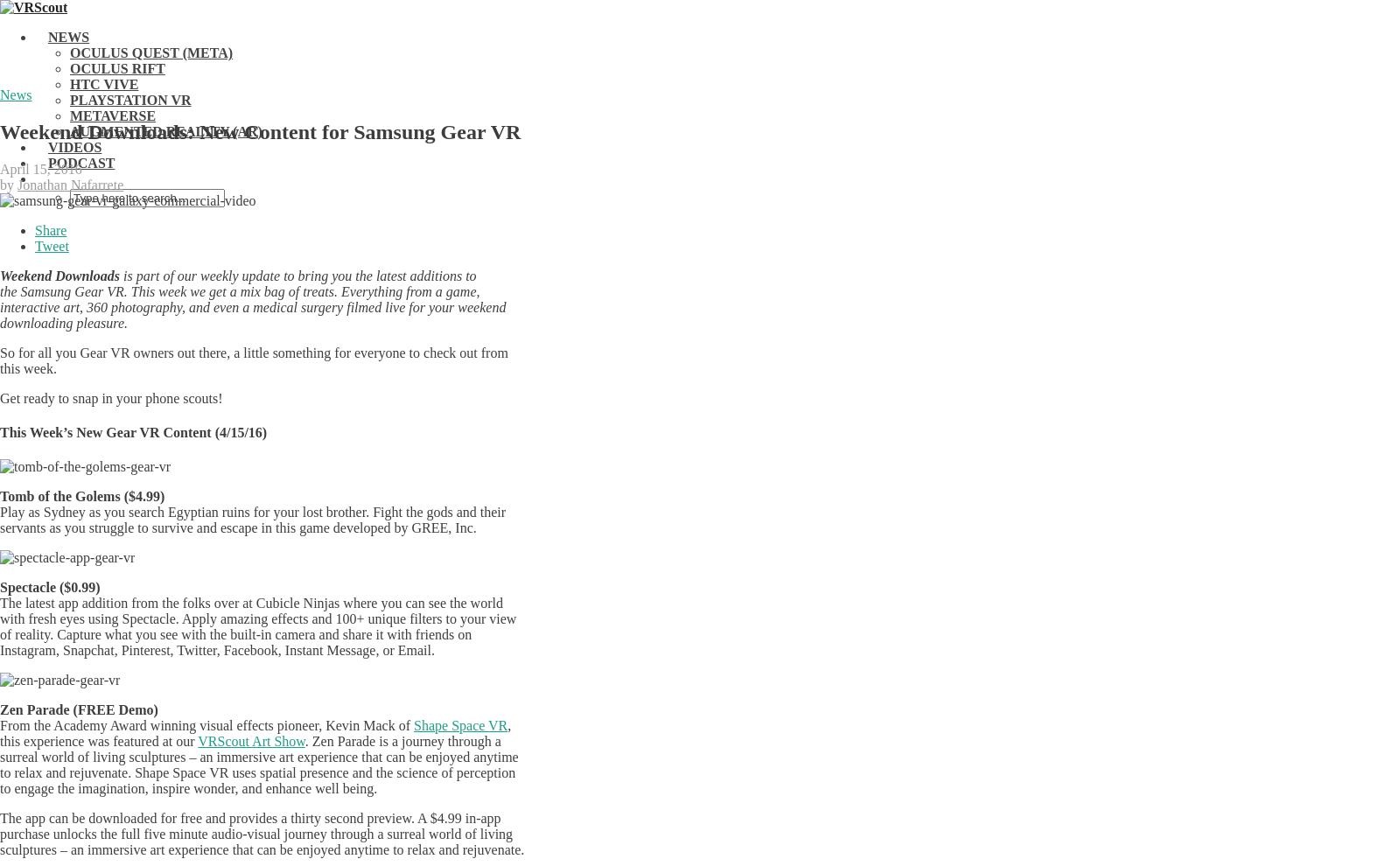 This screenshot has height=866, width=1400. What do you see at coordinates (0, 520) in the screenshot?
I see `'Play as Sydney as you search Egyptian ruins for your lost brother. Fight the gods and their servants as you struggle to survive and escape in this game developed by GREE, Inc.'` at bounding box center [0, 520].